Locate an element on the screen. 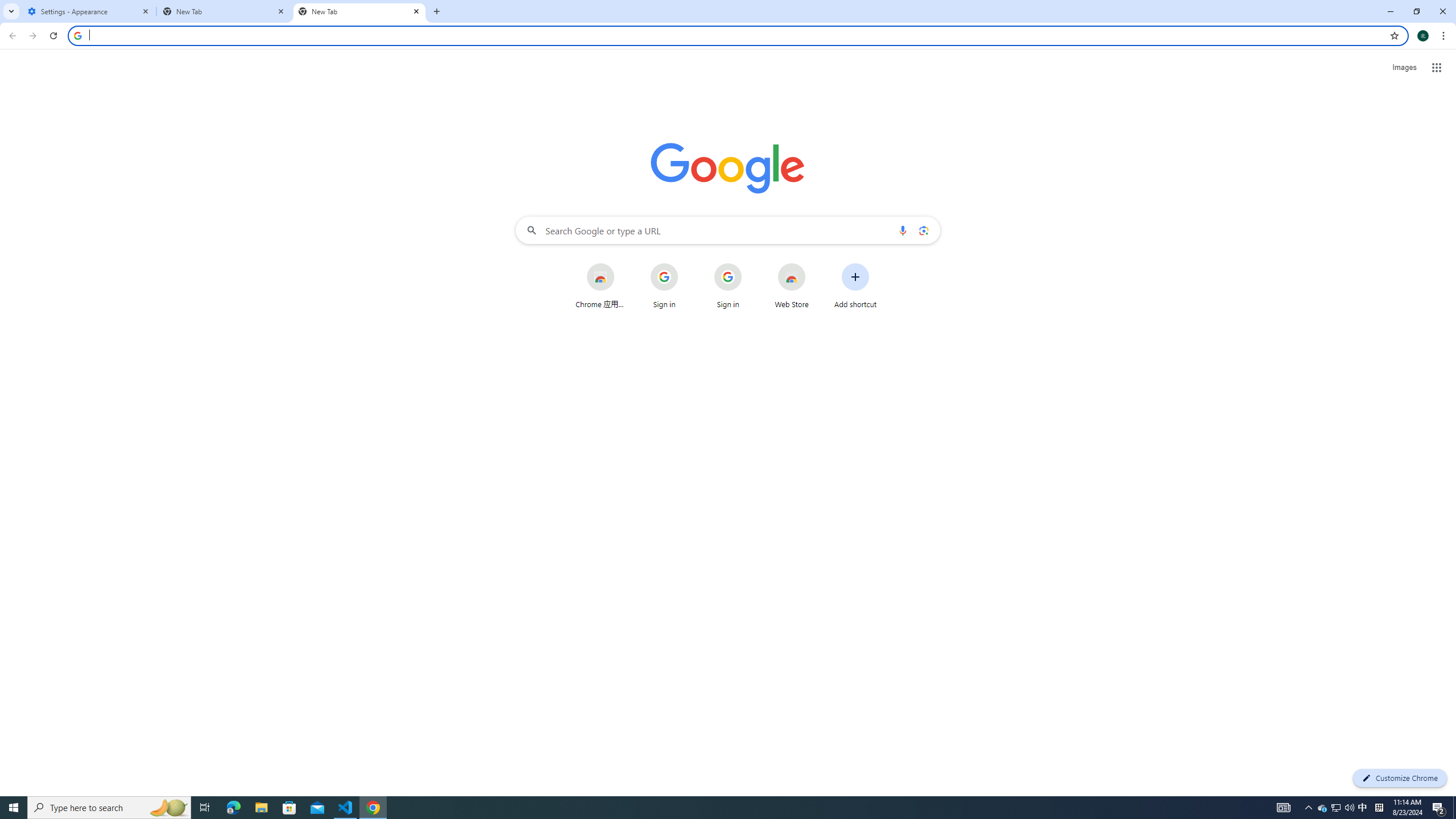 The width and height of the screenshot is (1456, 819). 'New Tab' is located at coordinates (224, 11).